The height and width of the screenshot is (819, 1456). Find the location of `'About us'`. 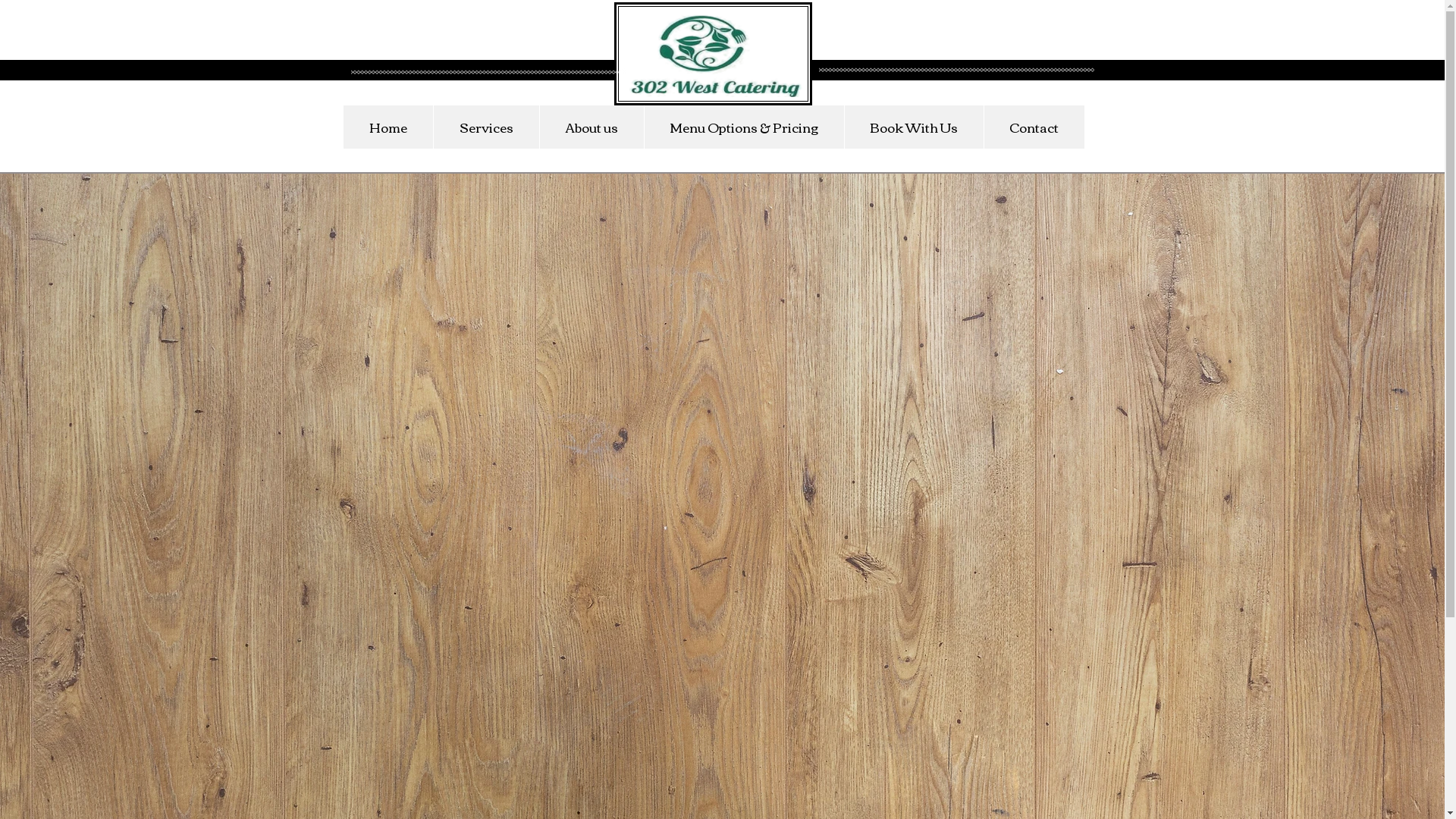

'About us' is located at coordinates (538, 126).